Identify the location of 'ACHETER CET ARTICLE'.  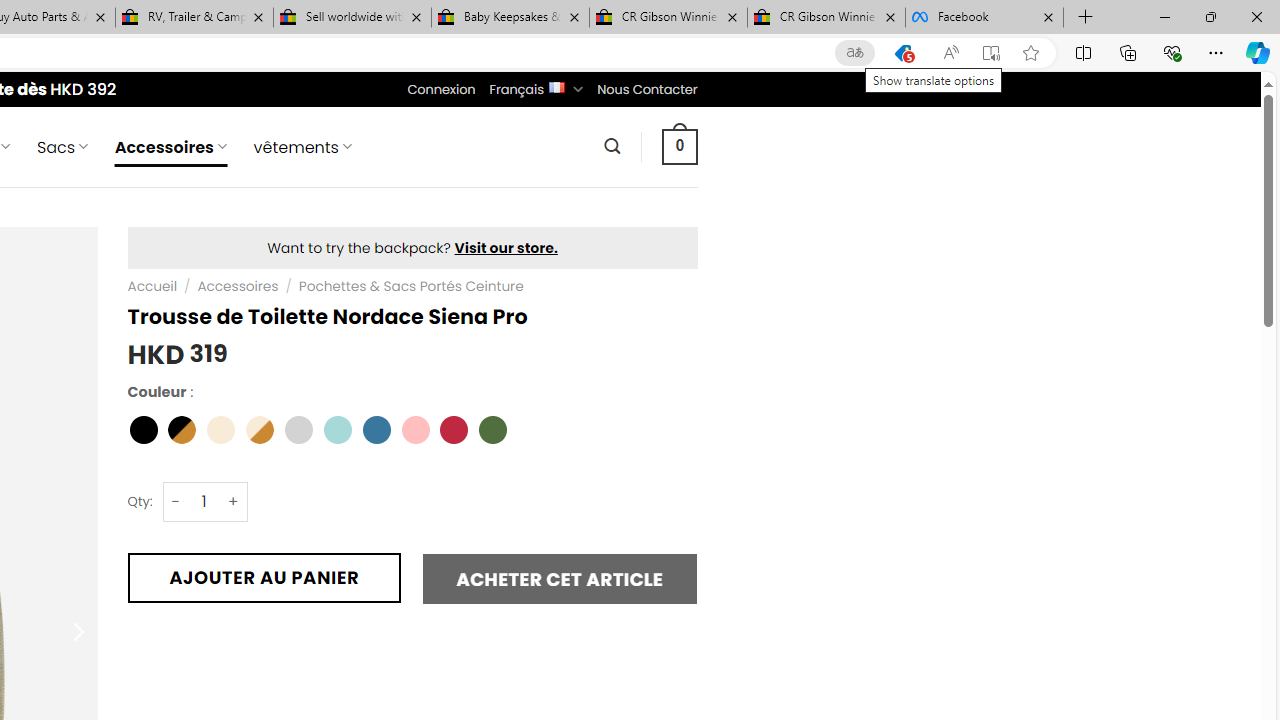
(560, 579).